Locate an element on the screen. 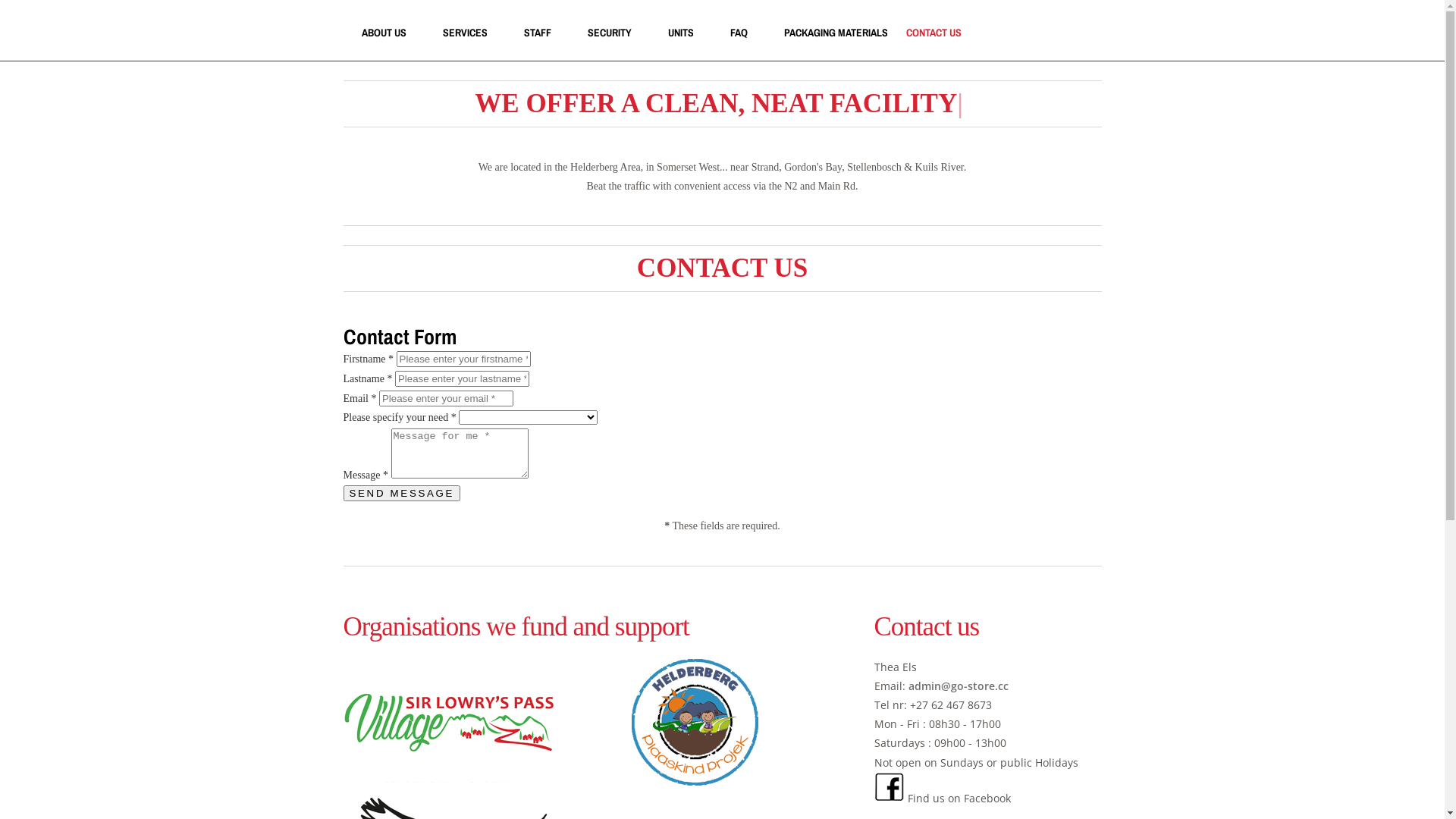  'PACKAGING MATERIALS' is located at coordinates (783, 32).